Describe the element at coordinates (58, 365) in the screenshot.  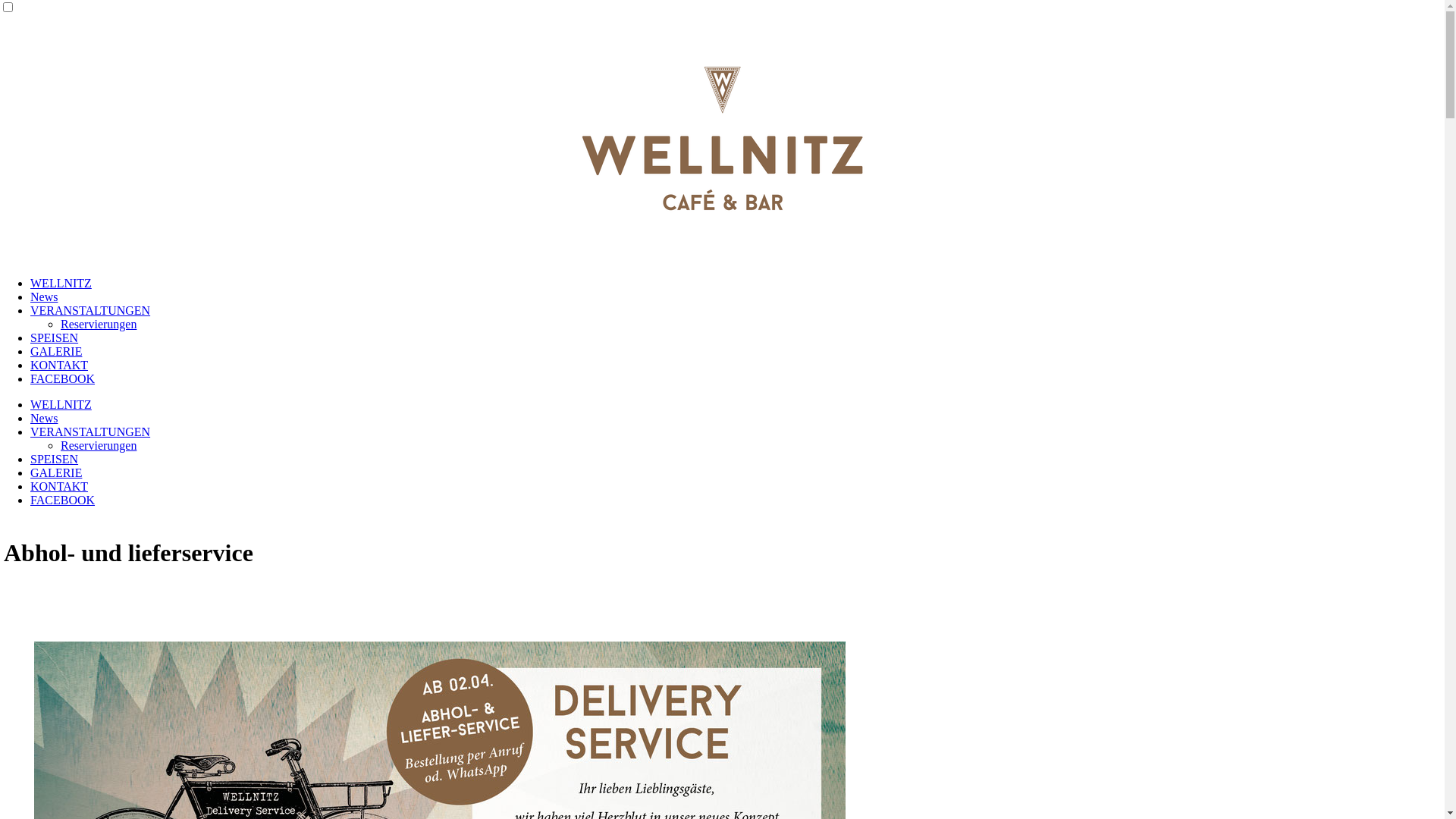
I see `'KONTAKT'` at that location.